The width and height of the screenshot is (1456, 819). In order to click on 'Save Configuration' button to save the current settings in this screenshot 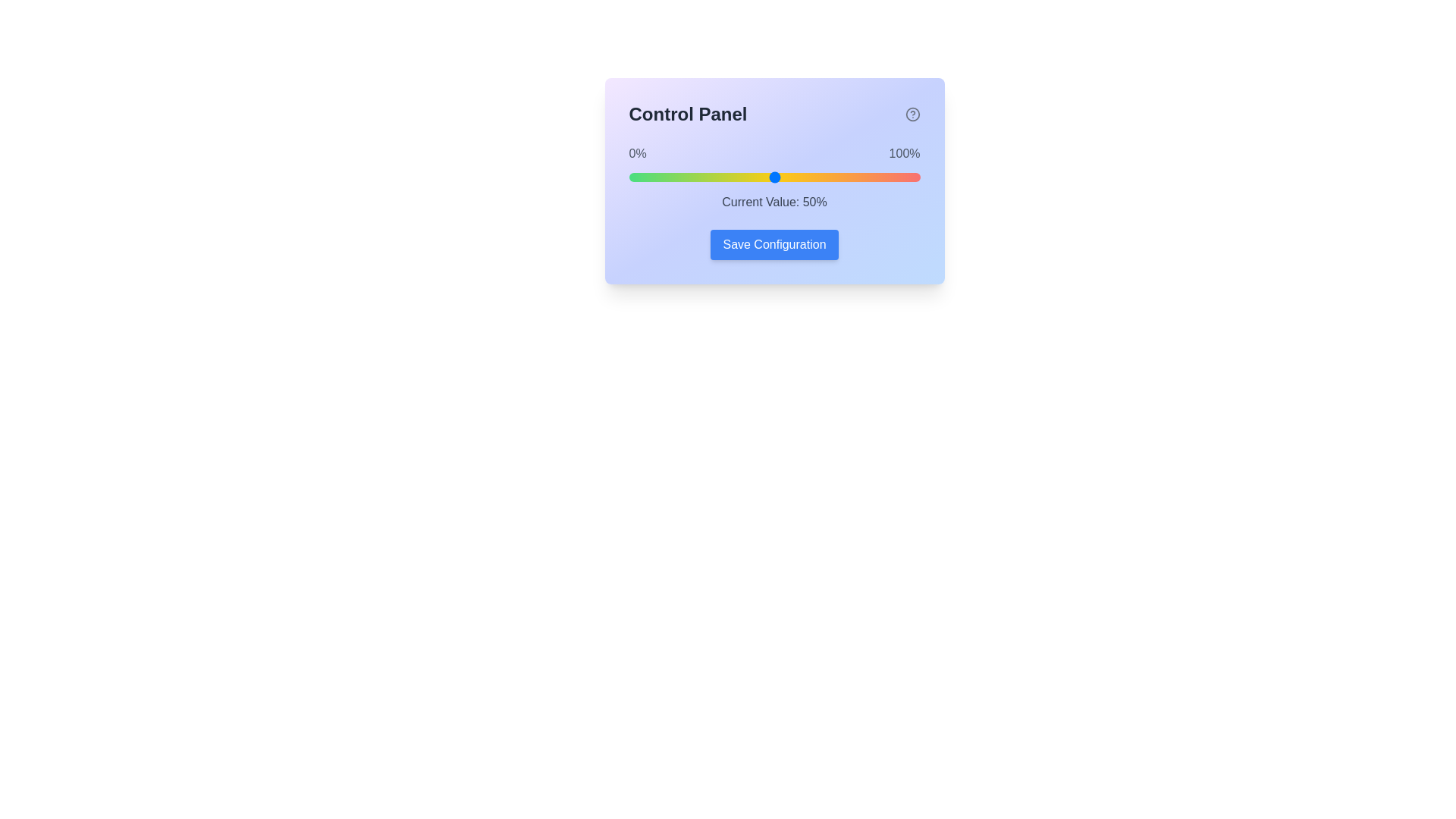, I will do `click(774, 244)`.